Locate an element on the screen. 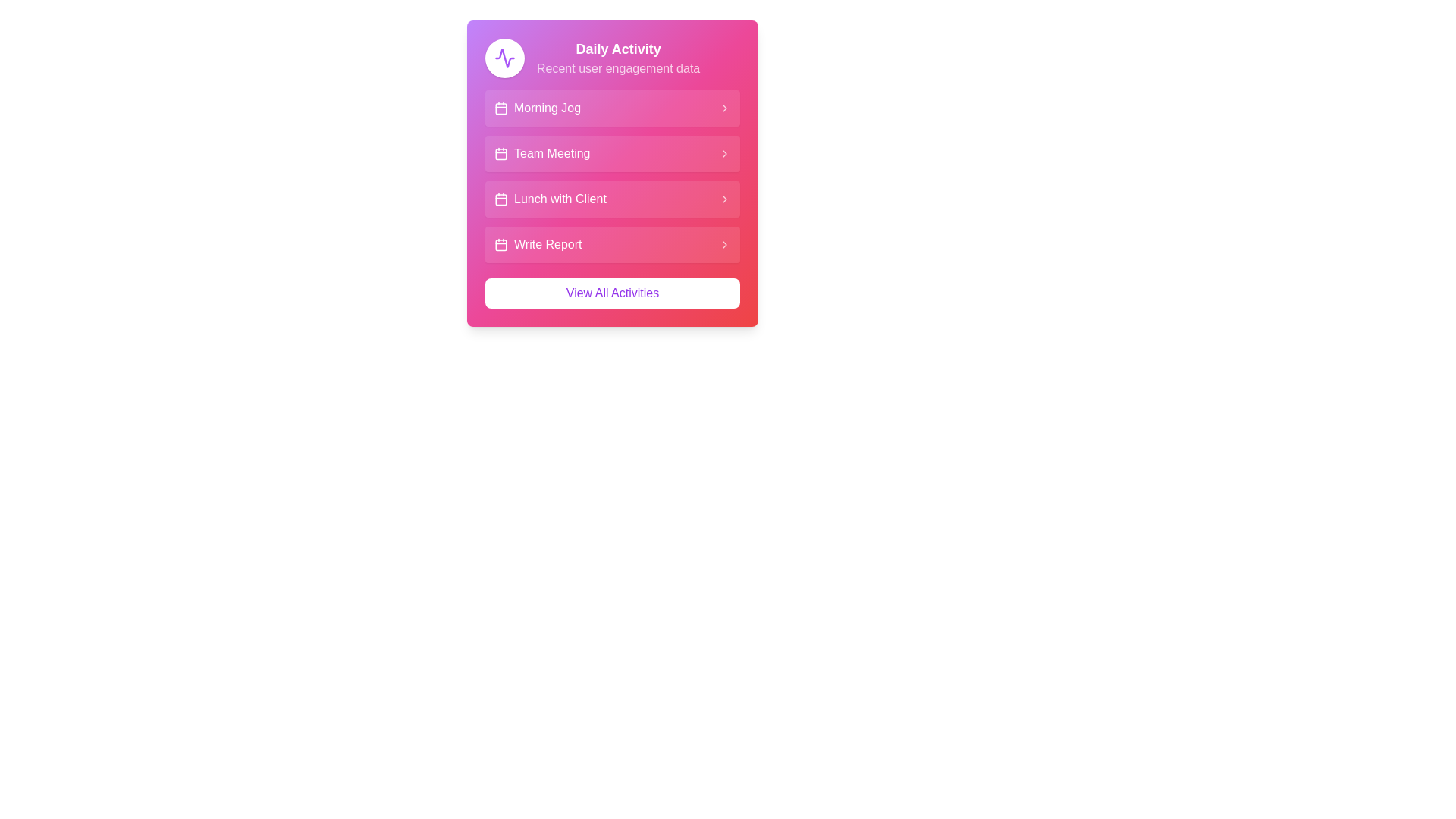  the list item labeled 'Lunch with Client' that is the third item in the agenda under the 'Daily Activity' section is located at coordinates (612, 175).